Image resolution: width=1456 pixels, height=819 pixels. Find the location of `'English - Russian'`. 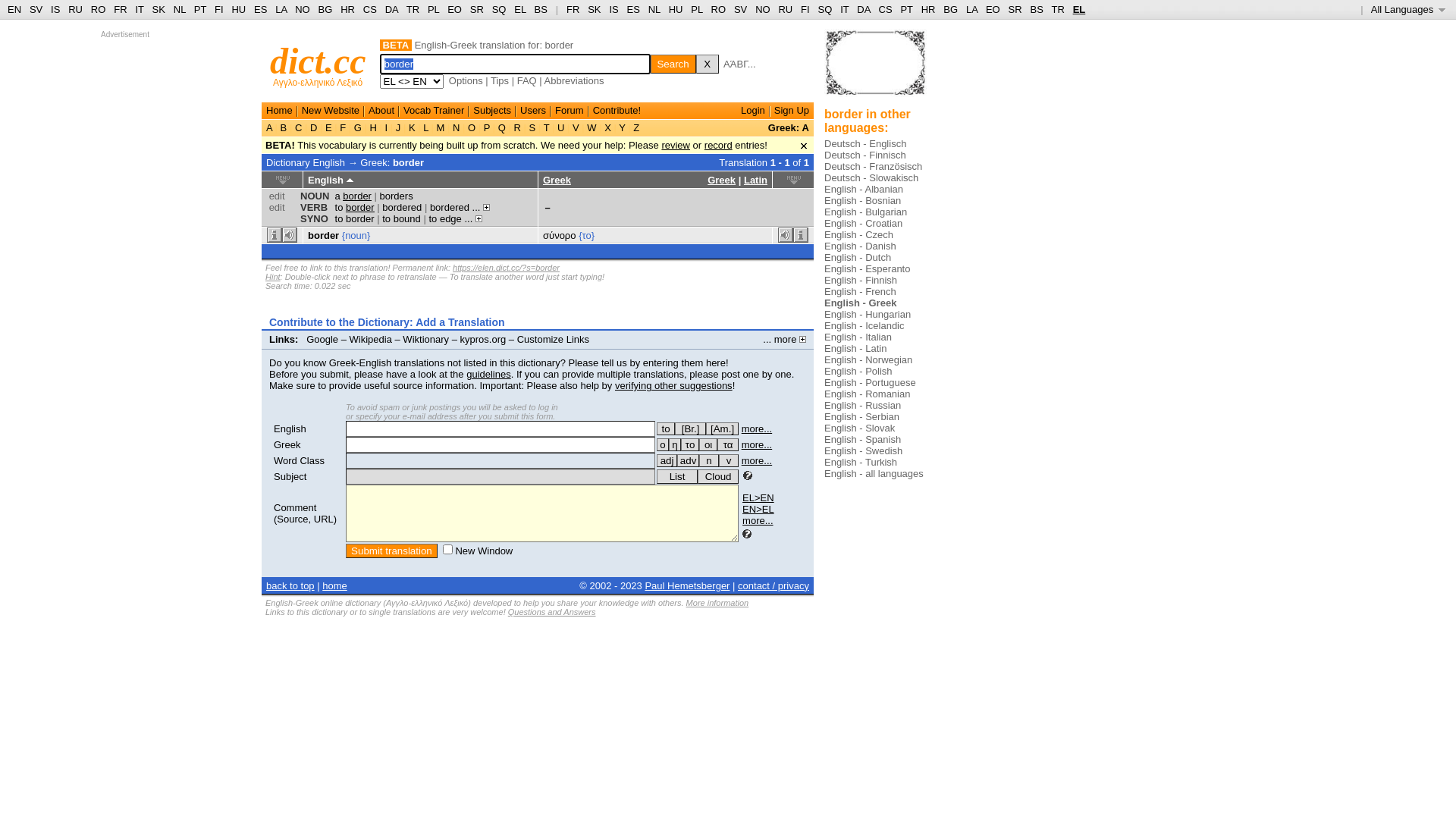

'English - Russian' is located at coordinates (862, 404).